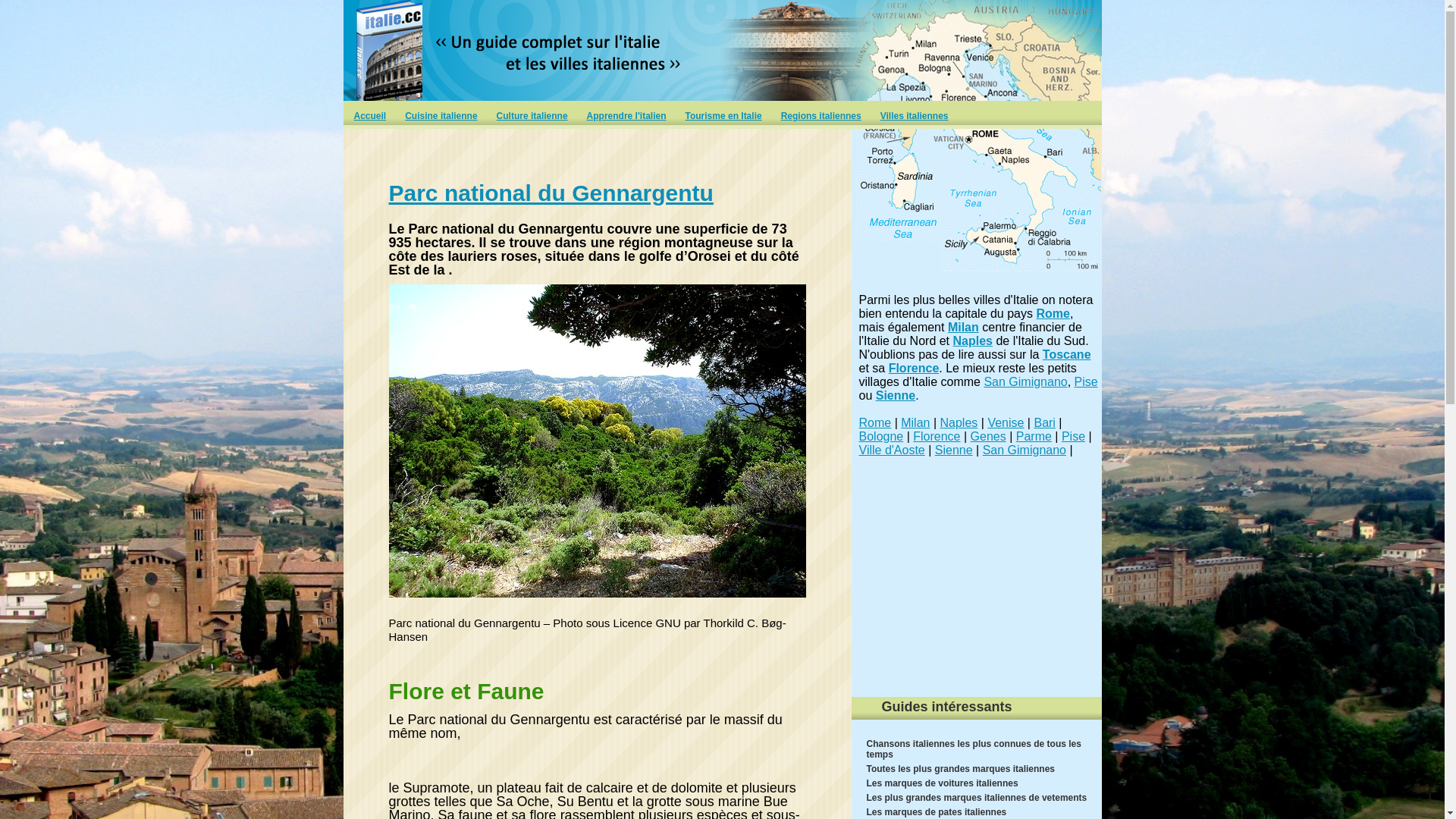 The width and height of the screenshot is (1456, 819). Describe the element at coordinates (1025, 381) in the screenshot. I see `'San Gimignano'` at that location.